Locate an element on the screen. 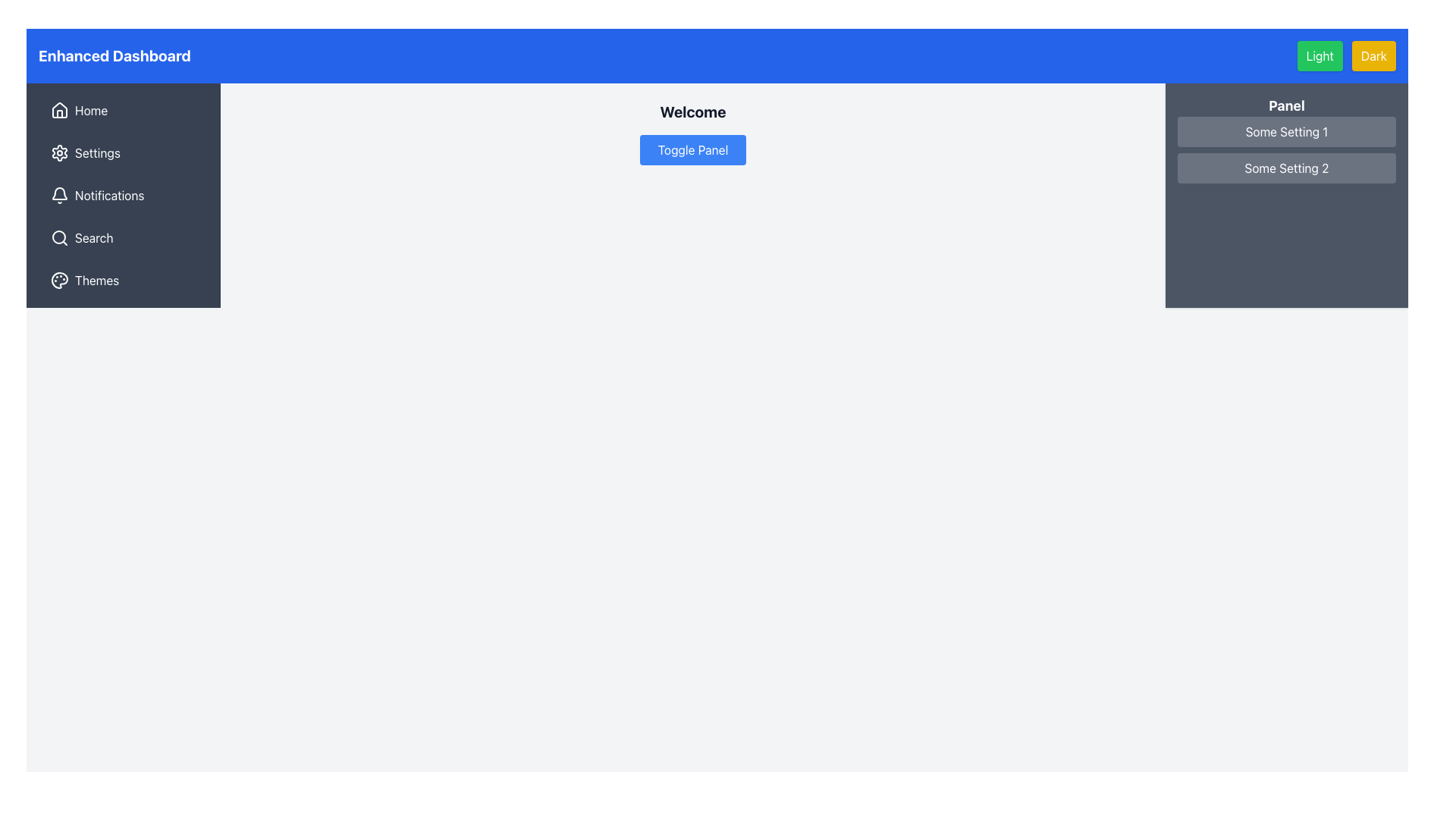  the 'Notifications' icon, which is represented by a bell symbol located at the start of the vertical navigation menu on the left-hand side of the interface is located at coordinates (59, 195).